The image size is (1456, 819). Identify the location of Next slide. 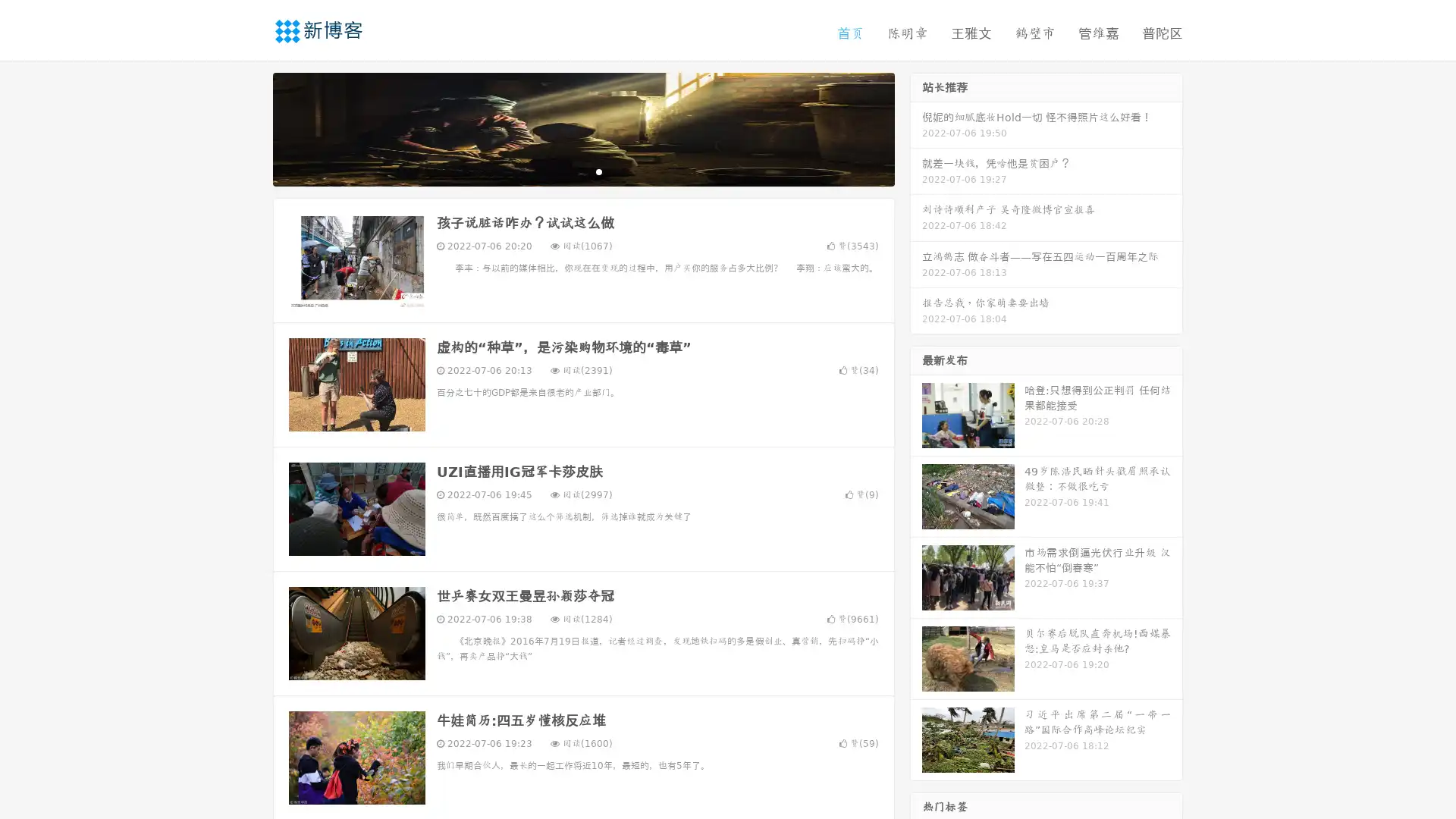
(916, 127).